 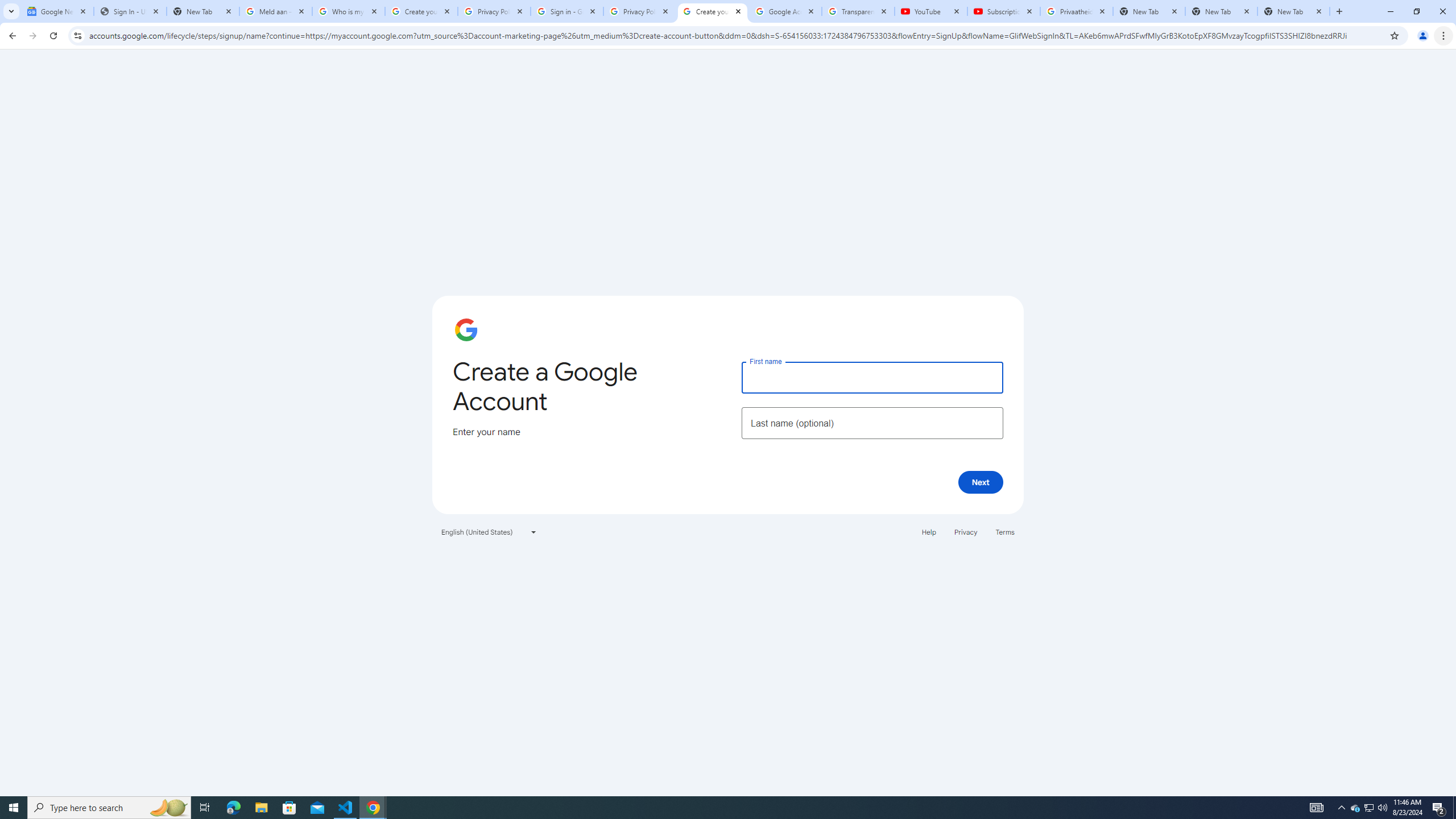 I want to click on 'Who is my administrator? - Google Account Help', so click(x=348, y=11).